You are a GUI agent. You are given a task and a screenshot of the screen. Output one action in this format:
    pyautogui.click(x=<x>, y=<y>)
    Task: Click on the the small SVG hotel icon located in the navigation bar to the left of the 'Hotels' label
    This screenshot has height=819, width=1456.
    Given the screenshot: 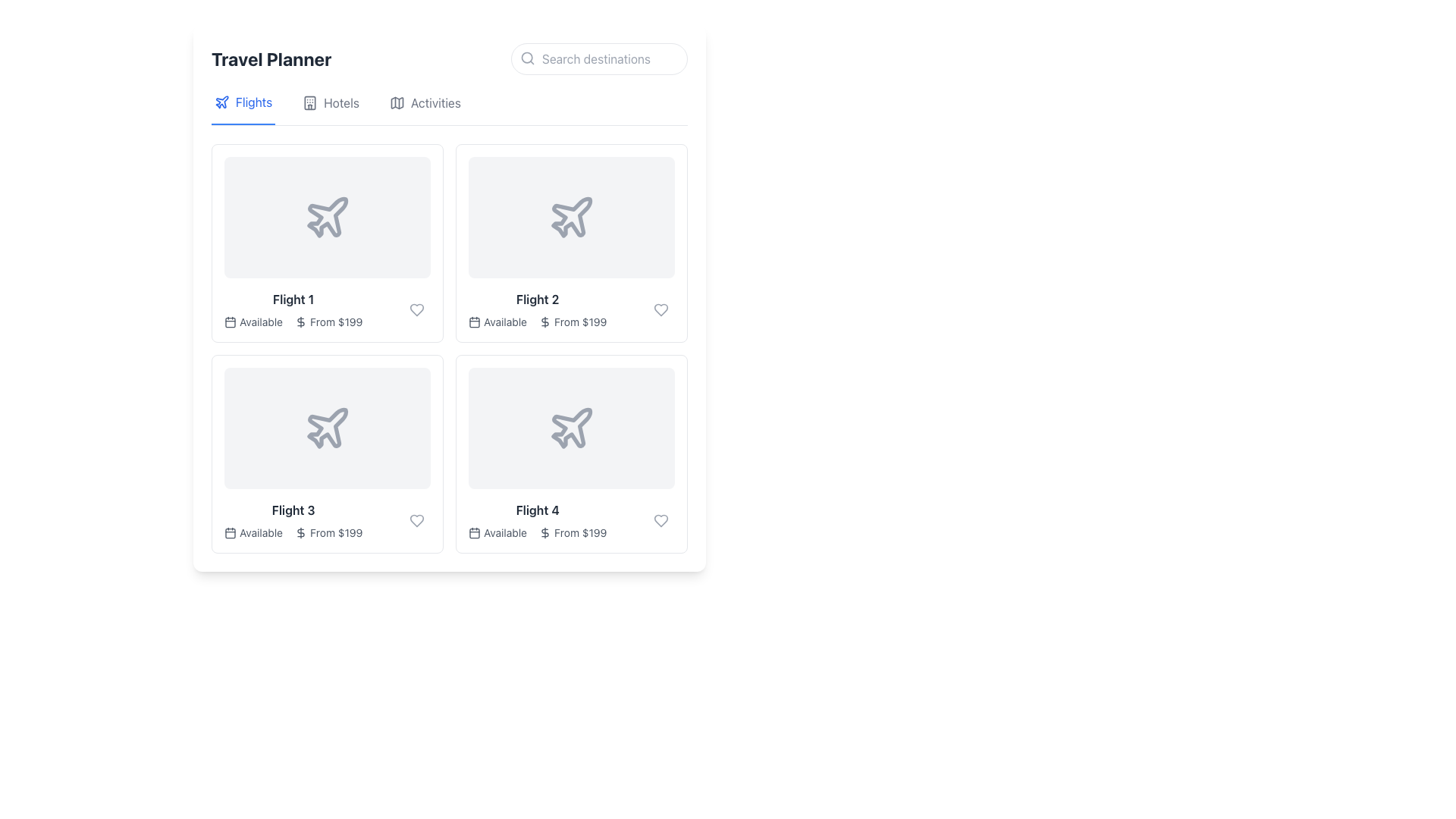 What is the action you would take?
    pyautogui.click(x=309, y=102)
    